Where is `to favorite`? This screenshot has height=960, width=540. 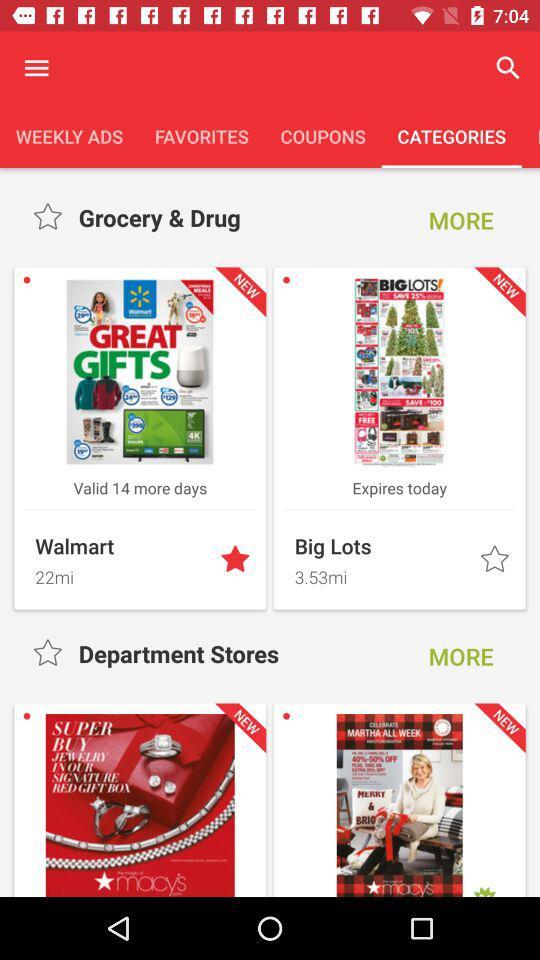
to favorite is located at coordinates (49, 652).